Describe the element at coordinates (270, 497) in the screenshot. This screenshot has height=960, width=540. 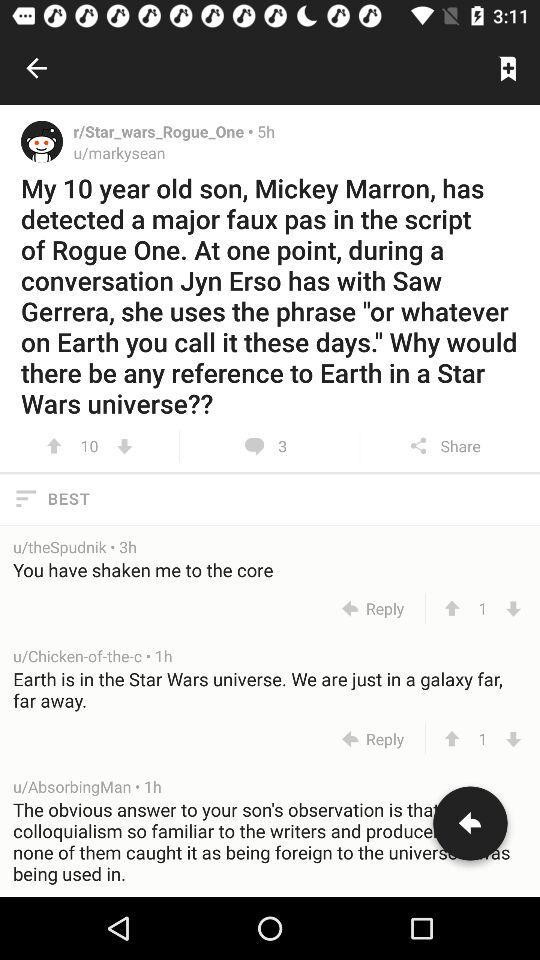
I see `best` at that location.